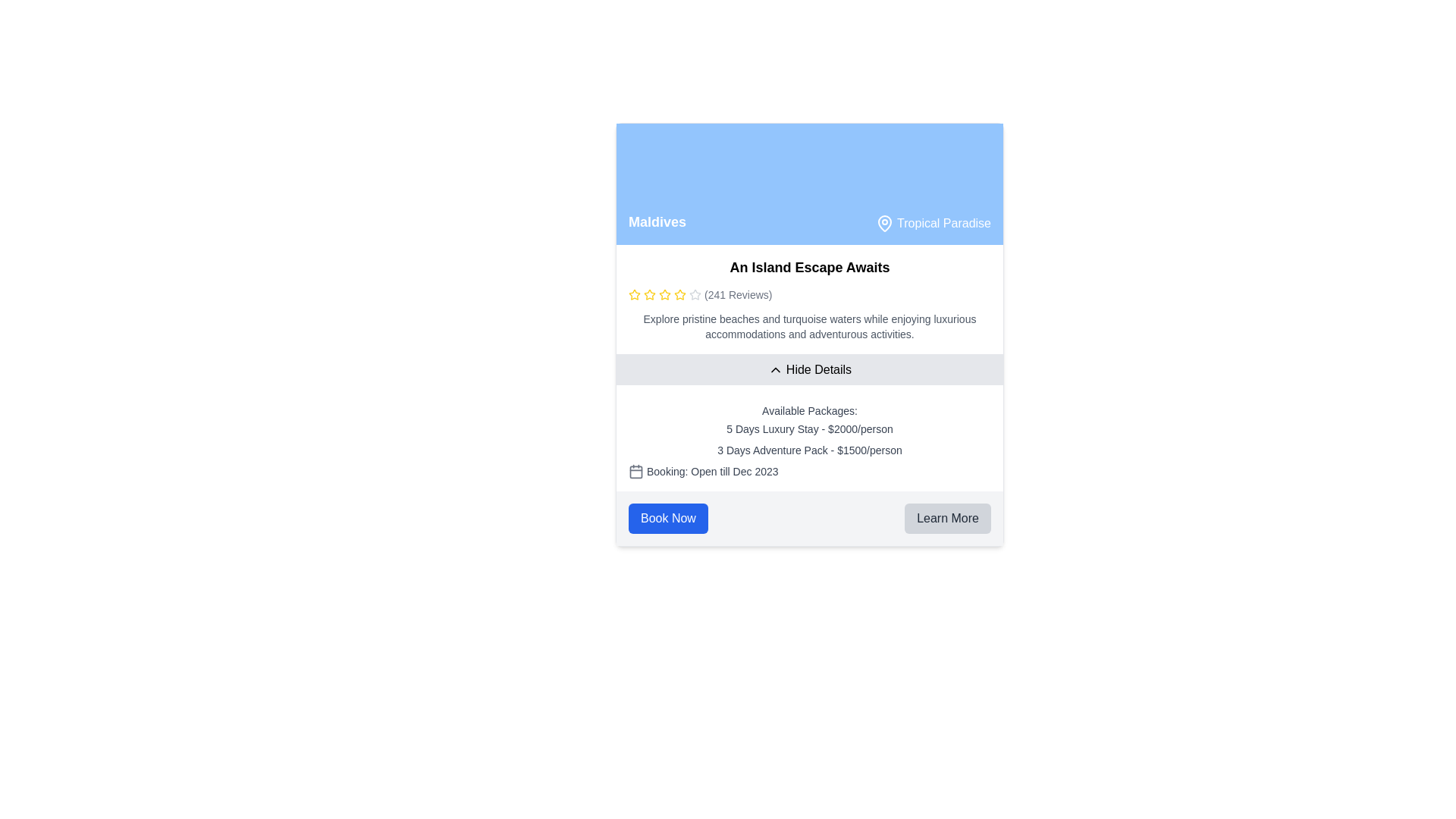 This screenshot has height=819, width=1456. What do you see at coordinates (634, 294) in the screenshot?
I see `the first star icon in the rating component, which is part of a horizontal group of similar star icons` at bounding box center [634, 294].